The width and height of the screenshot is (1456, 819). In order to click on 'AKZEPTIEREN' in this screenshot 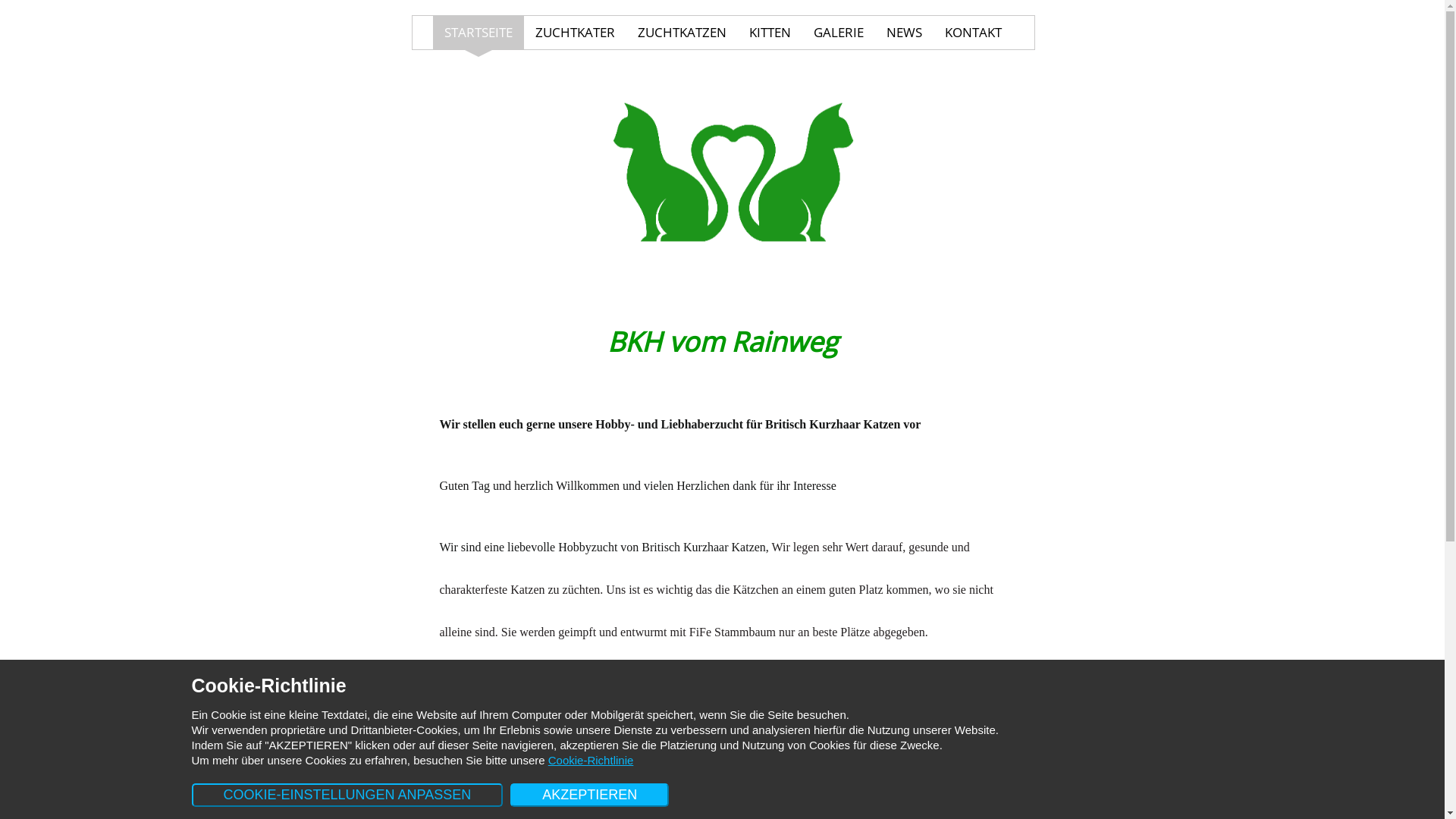, I will do `click(510, 794)`.